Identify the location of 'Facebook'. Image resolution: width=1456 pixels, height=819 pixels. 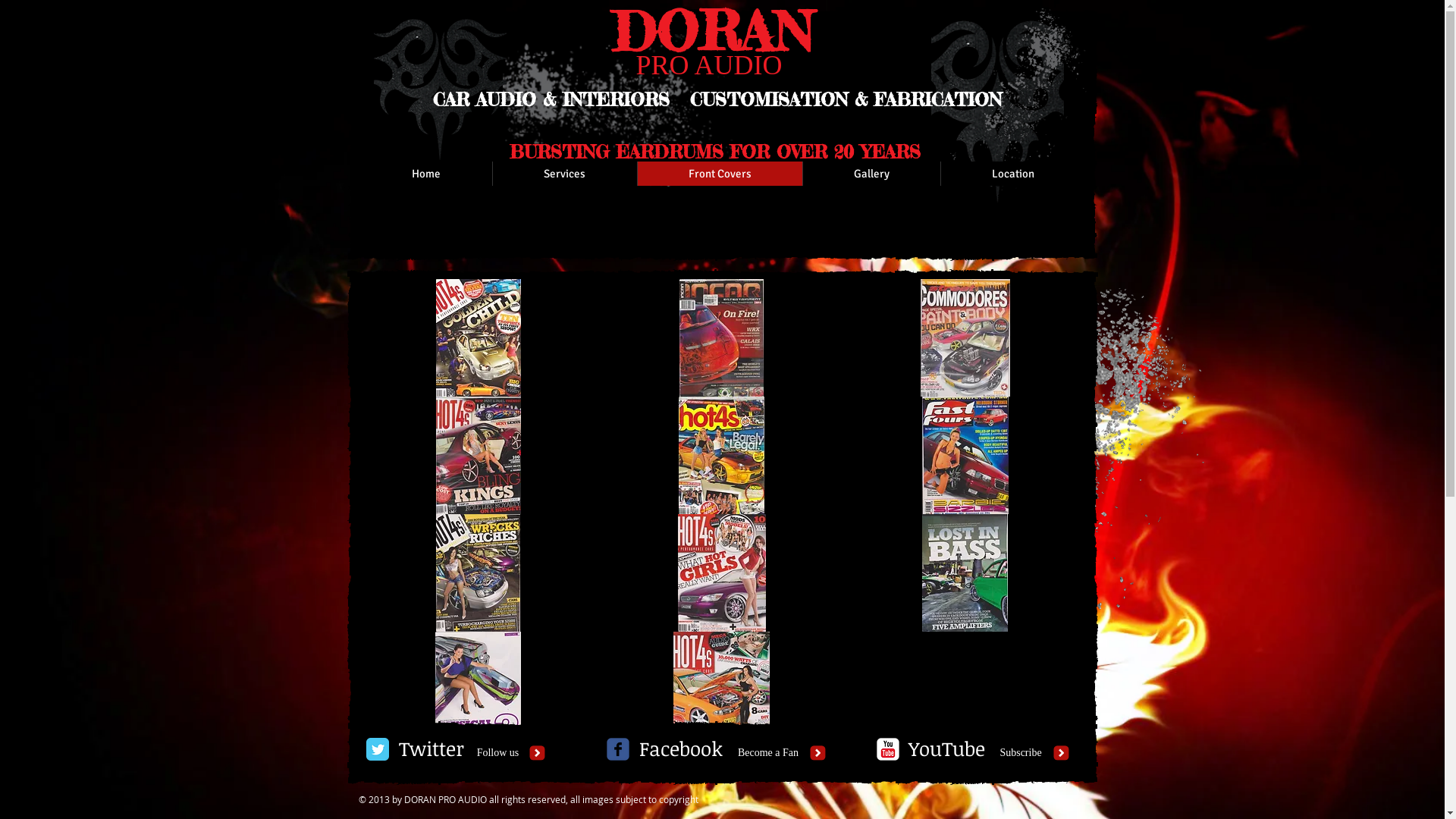
(679, 748).